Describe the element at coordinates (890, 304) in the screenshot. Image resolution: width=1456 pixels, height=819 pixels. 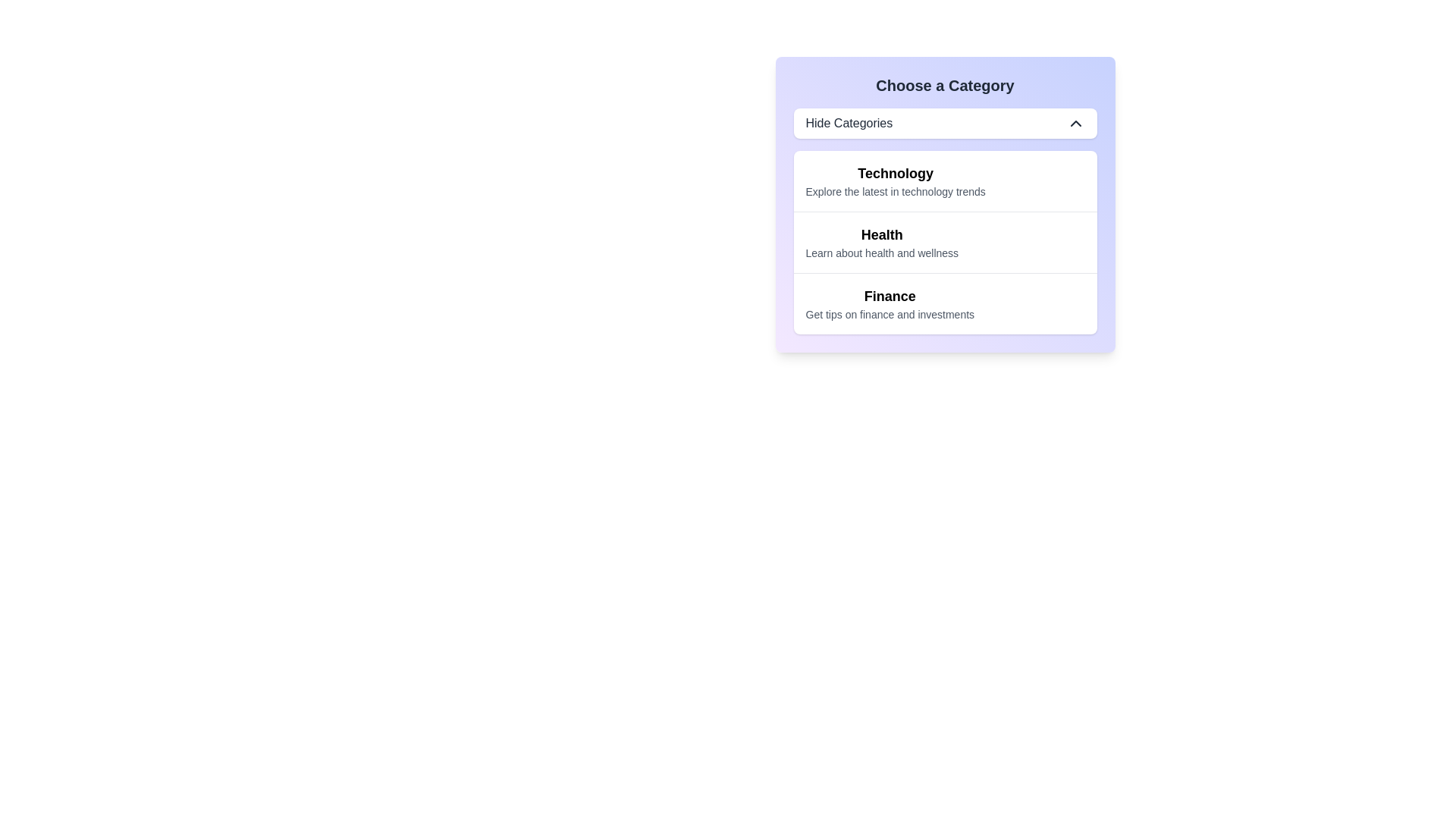
I see `the informational text block for the 'Finance' category, which is the third item in the 'Choose a Category' list` at that location.